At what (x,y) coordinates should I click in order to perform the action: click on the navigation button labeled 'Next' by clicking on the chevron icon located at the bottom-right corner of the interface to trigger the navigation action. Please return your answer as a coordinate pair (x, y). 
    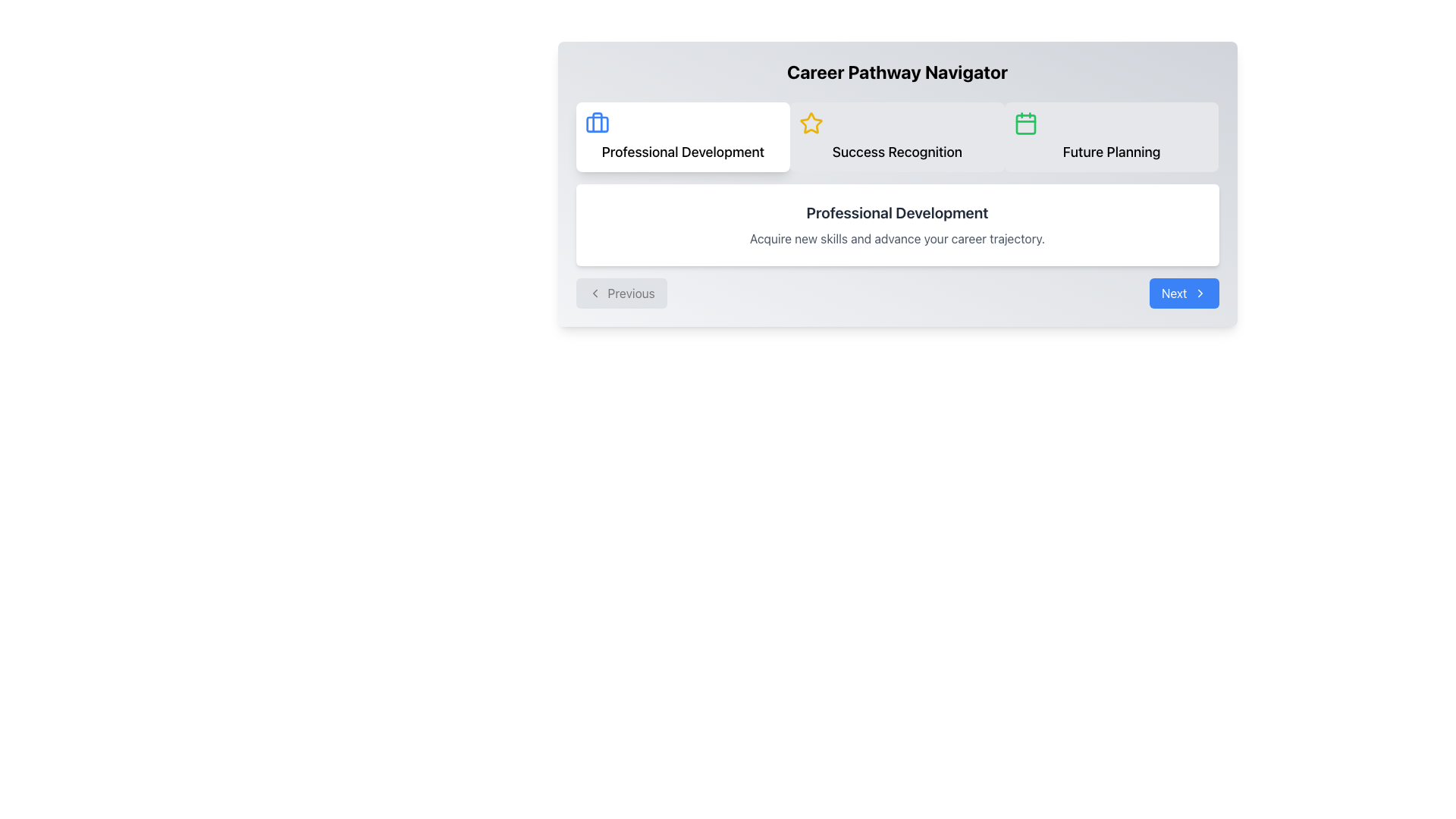
    Looking at the image, I should click on (1199, 293).